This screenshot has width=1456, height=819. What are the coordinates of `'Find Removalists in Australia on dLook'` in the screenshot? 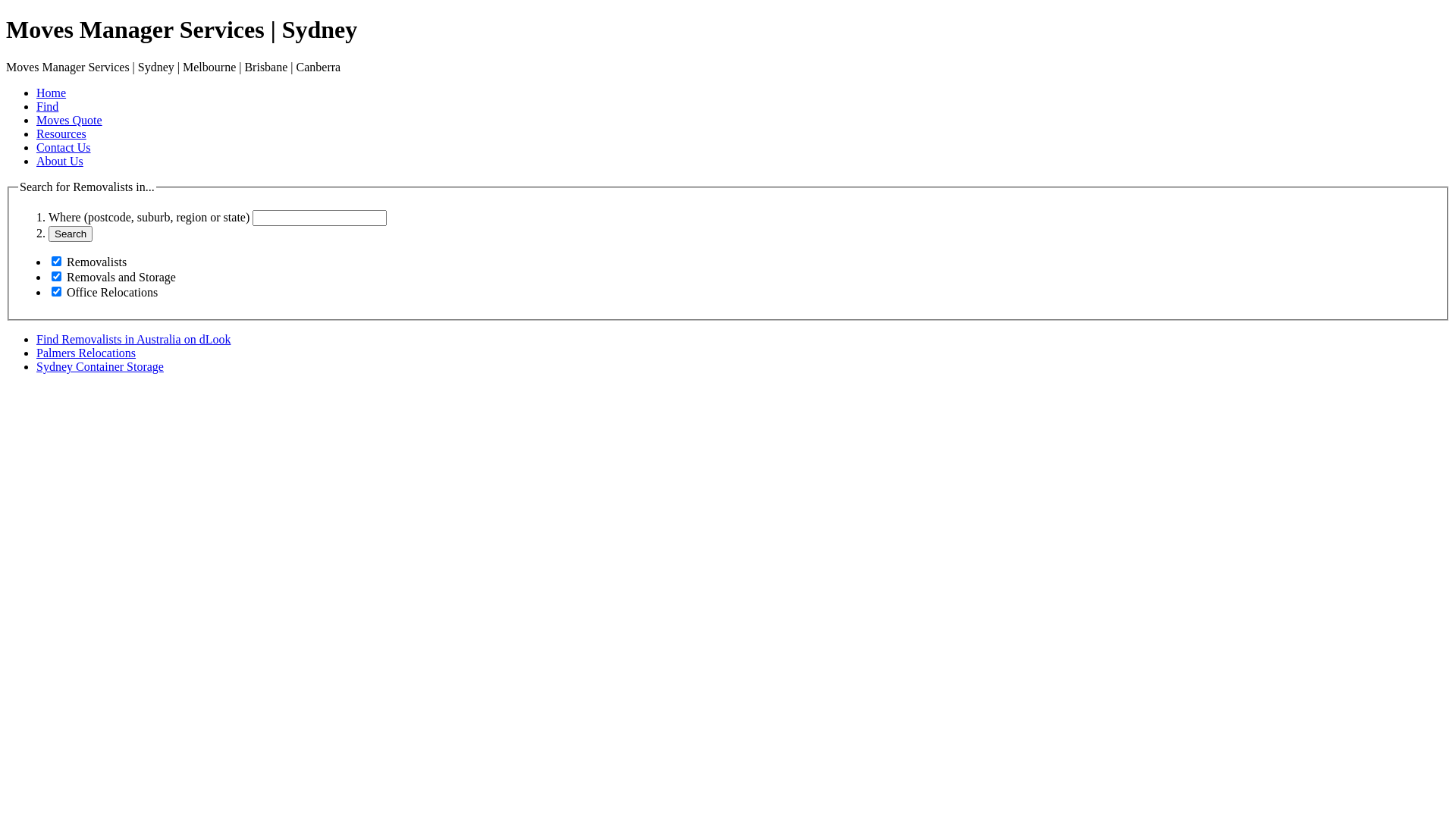 It's located at (133, 338).